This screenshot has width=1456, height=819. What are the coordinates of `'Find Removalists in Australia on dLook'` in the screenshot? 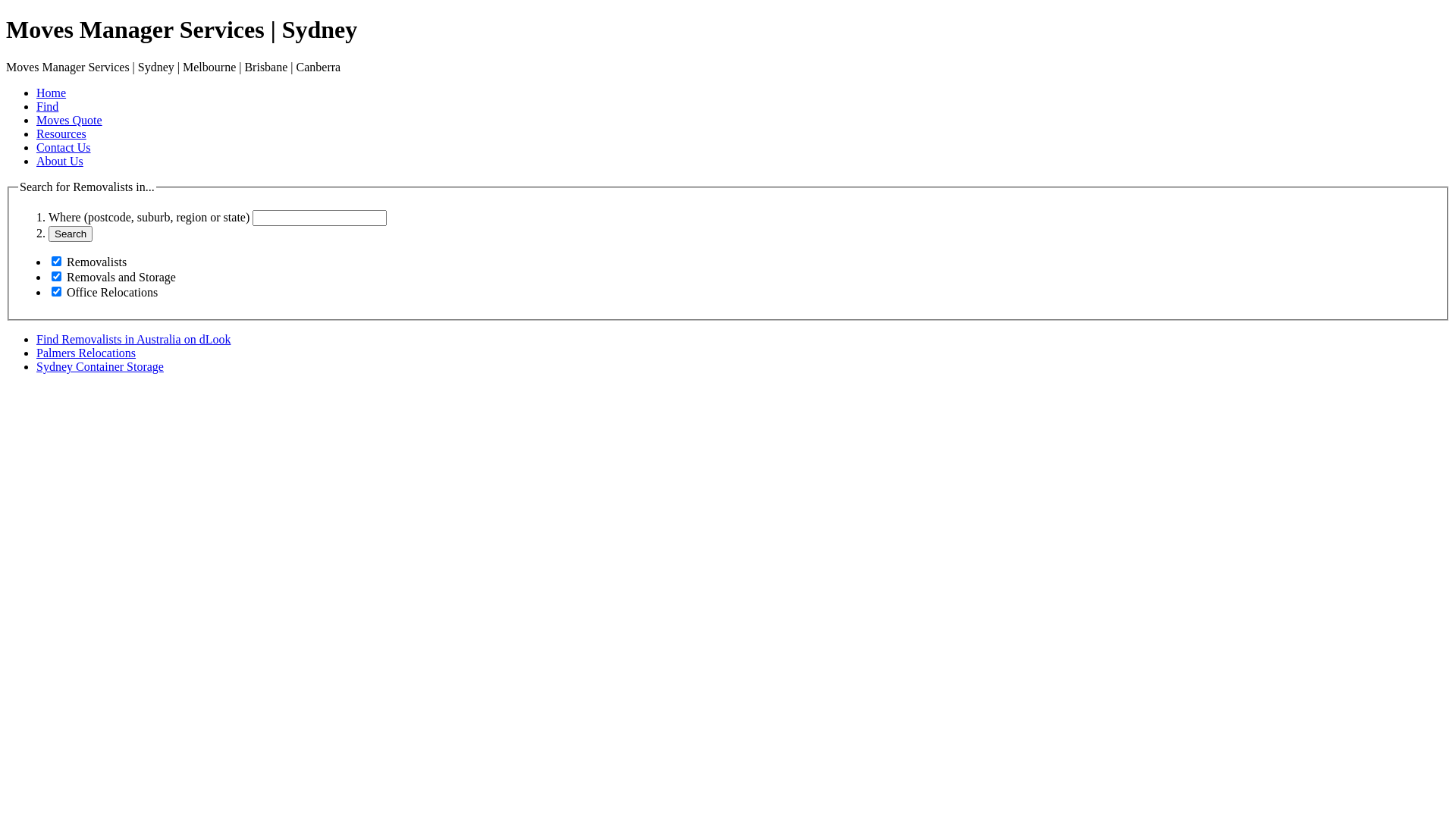 It's located at (133, 338).